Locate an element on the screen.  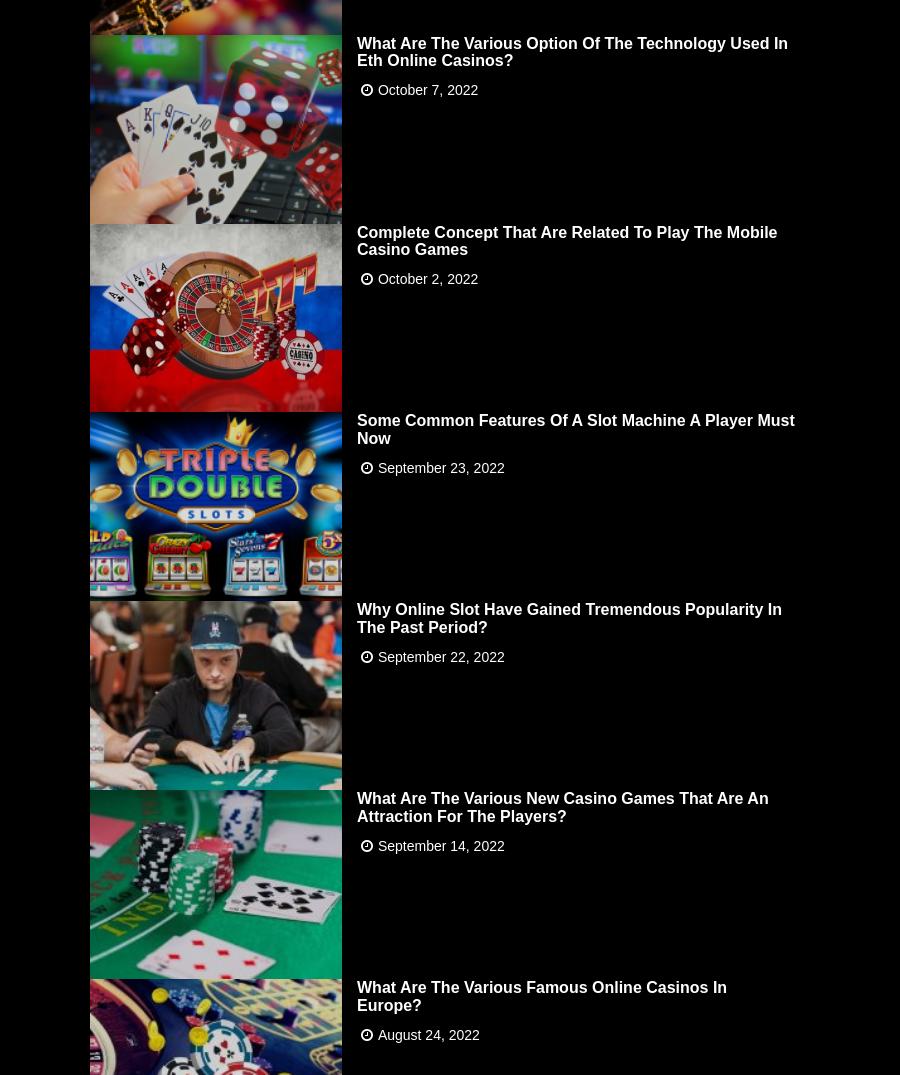
'Some Common Features Of  A Slot Machine A Player Must Now' is located at coordinates (575, 426).